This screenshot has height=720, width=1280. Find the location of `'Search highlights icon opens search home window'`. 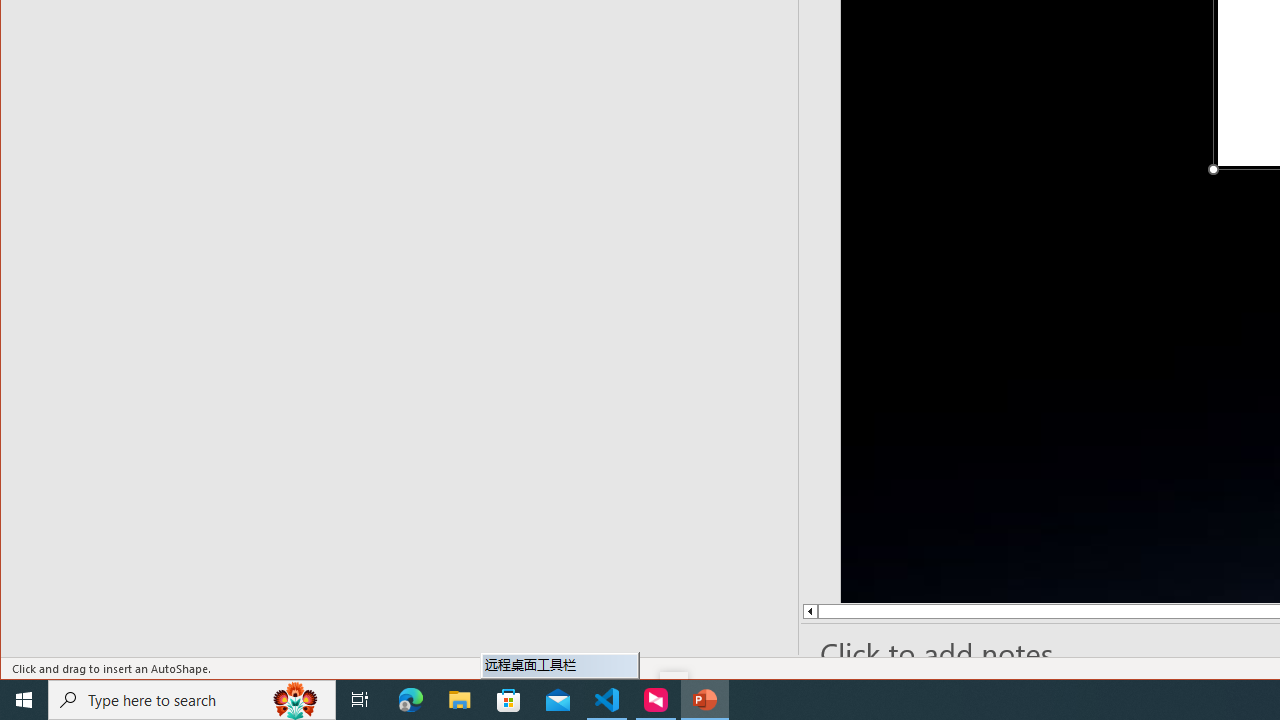

'Search highlights icon opens search home window' is located at coordinates (294, 698).